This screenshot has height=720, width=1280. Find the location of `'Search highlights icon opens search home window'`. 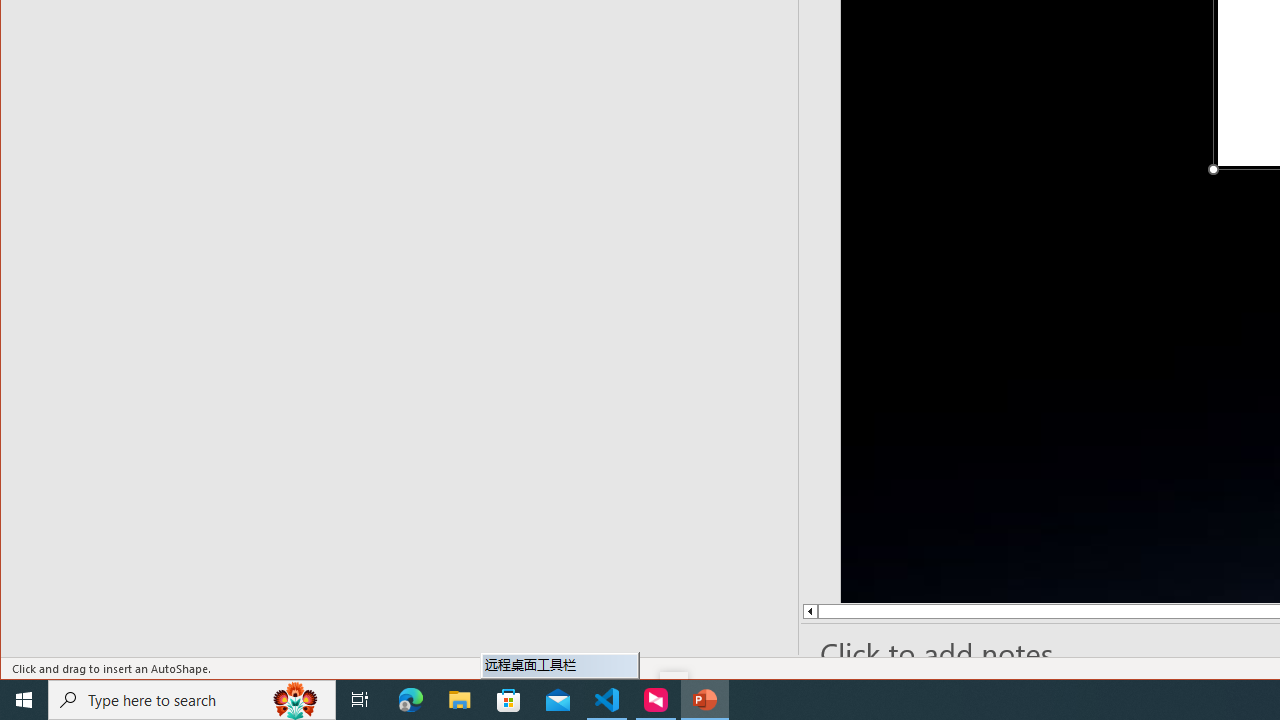

'Search highlights icon opens search home window' is located at coordinates (294, 698).